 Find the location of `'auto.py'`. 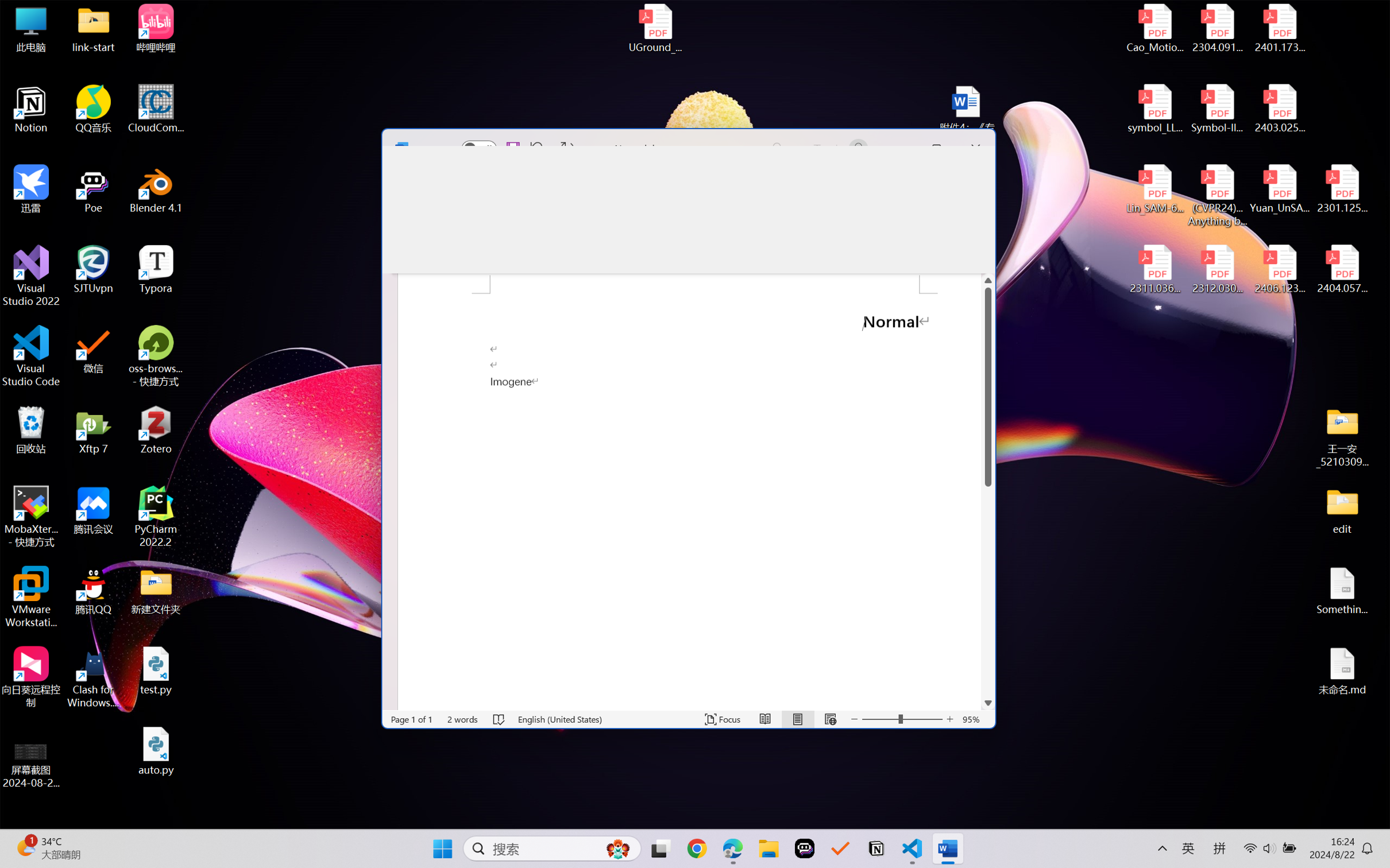

'auto.py' is located at coordinates (156, 751).